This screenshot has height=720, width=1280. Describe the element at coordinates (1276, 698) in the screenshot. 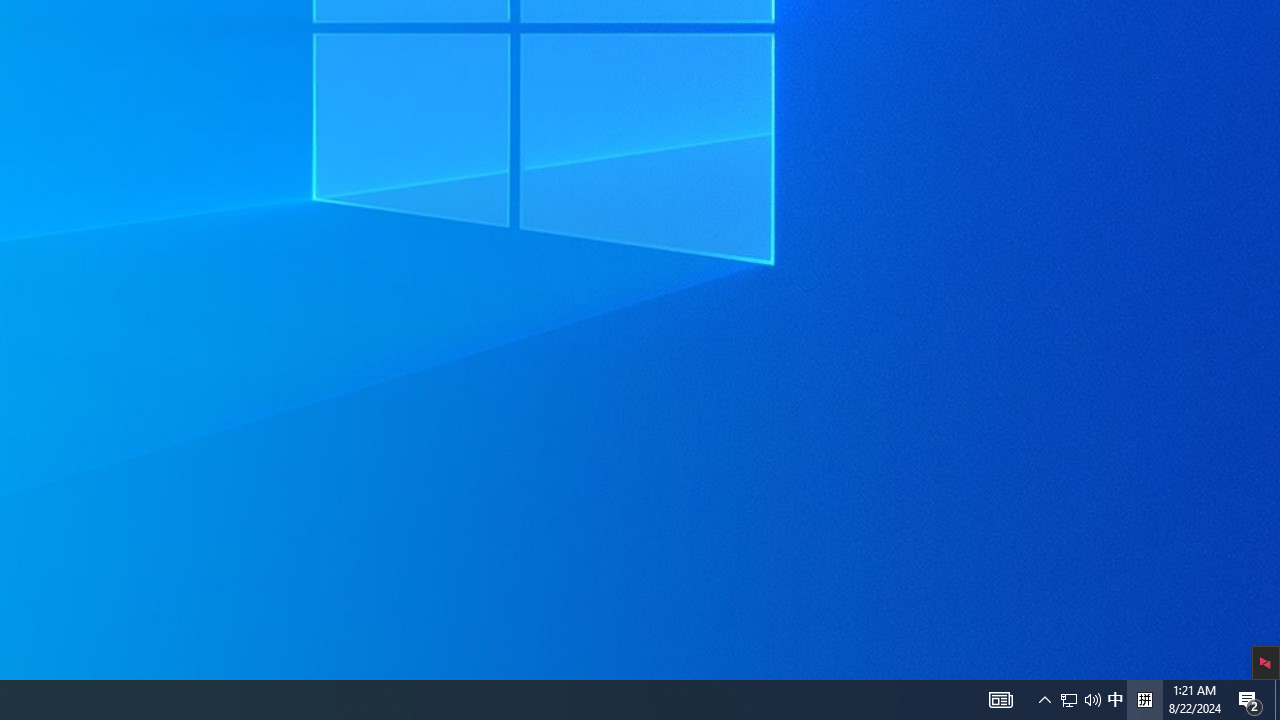

I see `'Show desktop'` at that location.